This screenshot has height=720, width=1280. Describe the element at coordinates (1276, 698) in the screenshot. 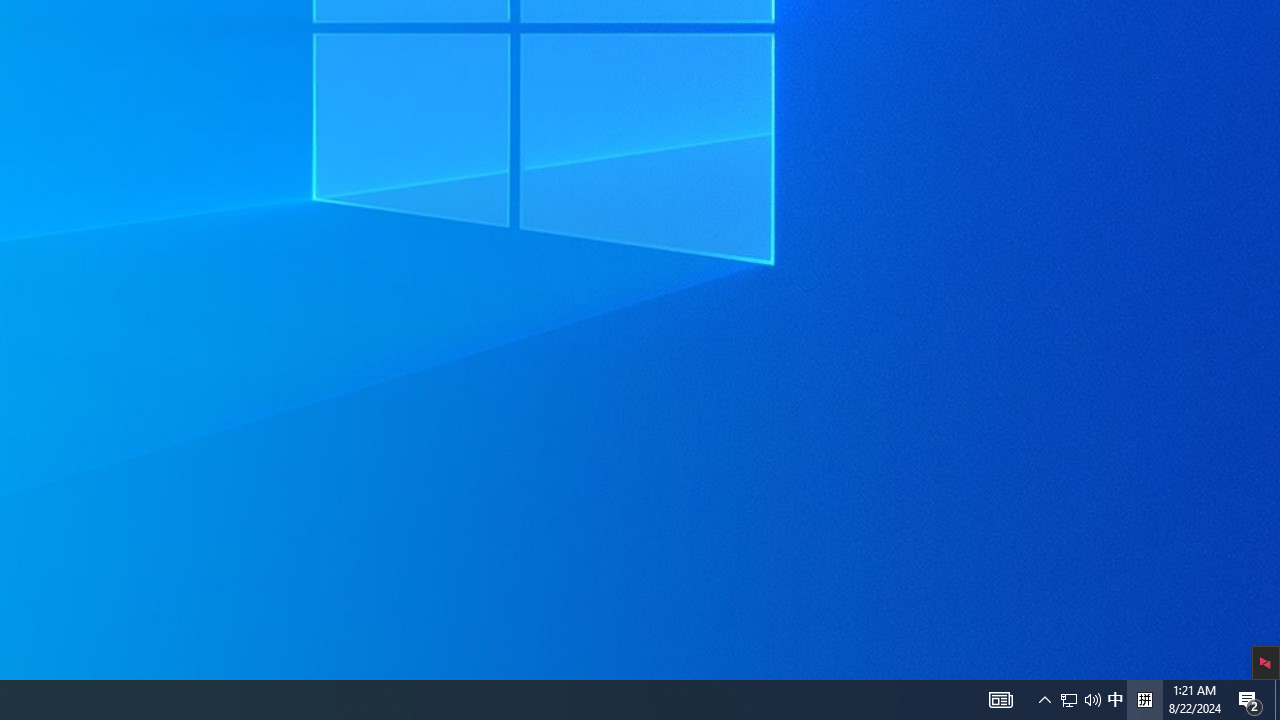

I see `'Show desktop'` at that location.